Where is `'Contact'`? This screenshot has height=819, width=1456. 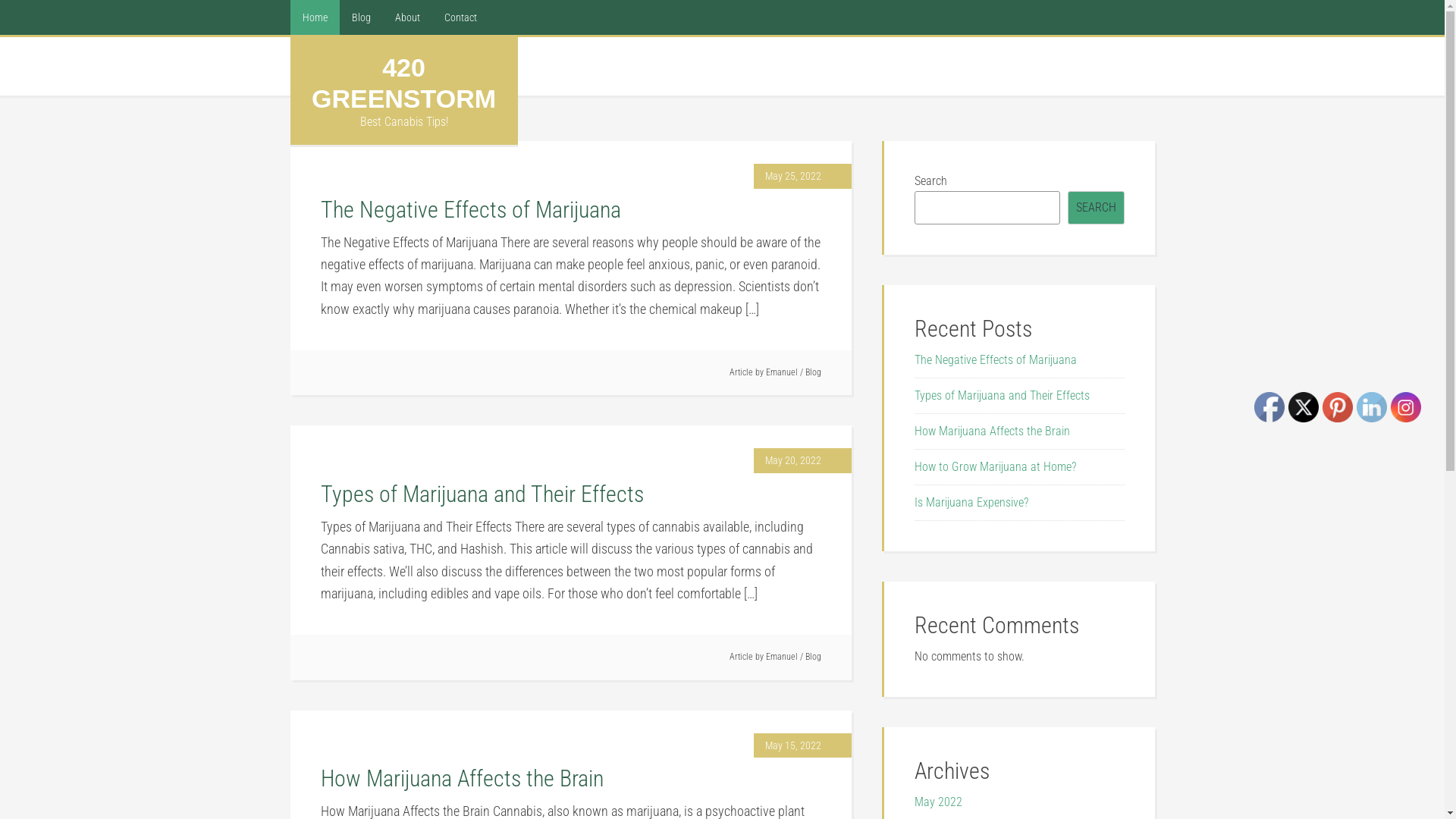 'Contact' is located at coordinates (431, 17).